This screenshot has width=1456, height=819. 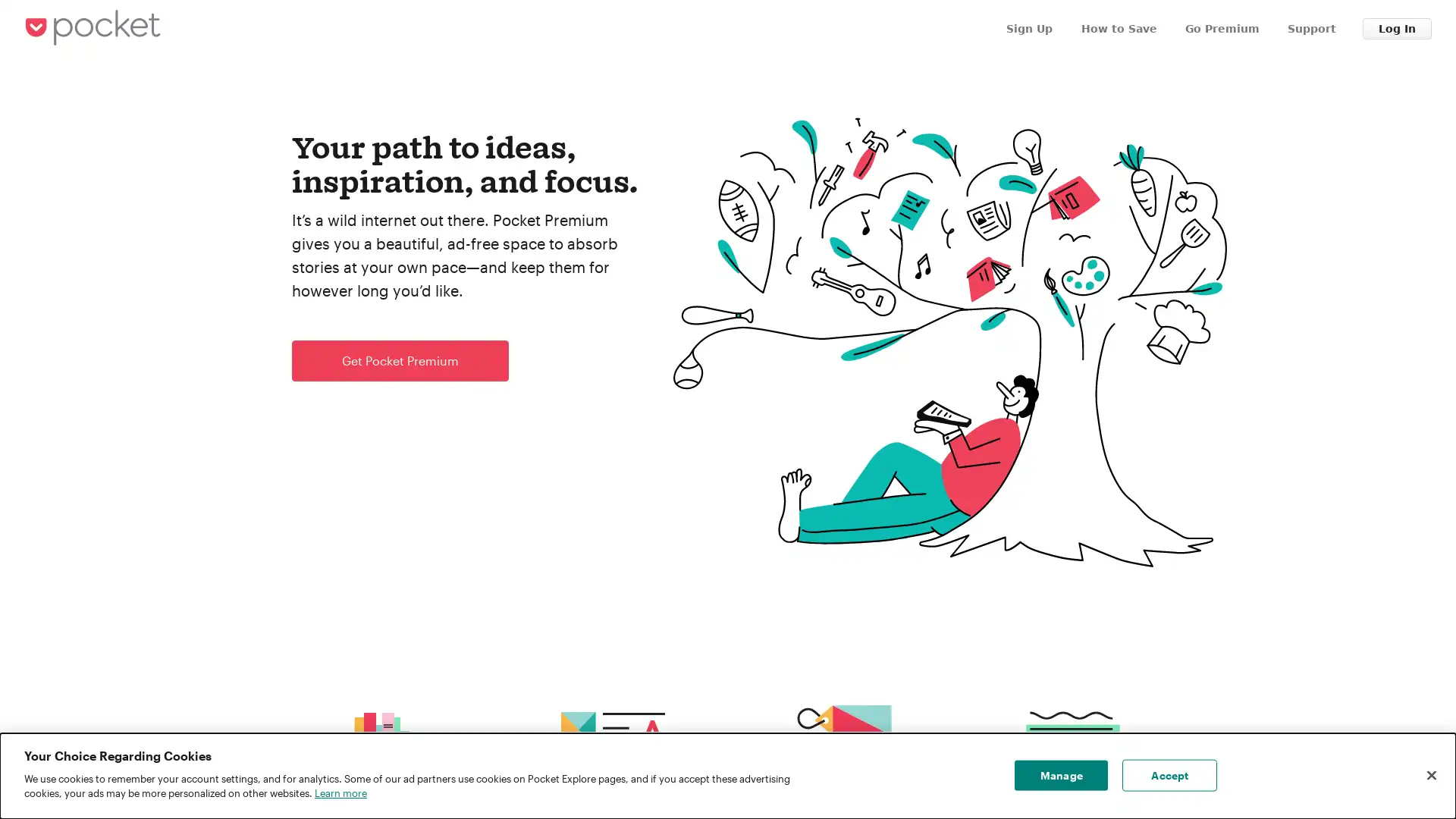 I want to click on Close, so click(x=1430, y=775).